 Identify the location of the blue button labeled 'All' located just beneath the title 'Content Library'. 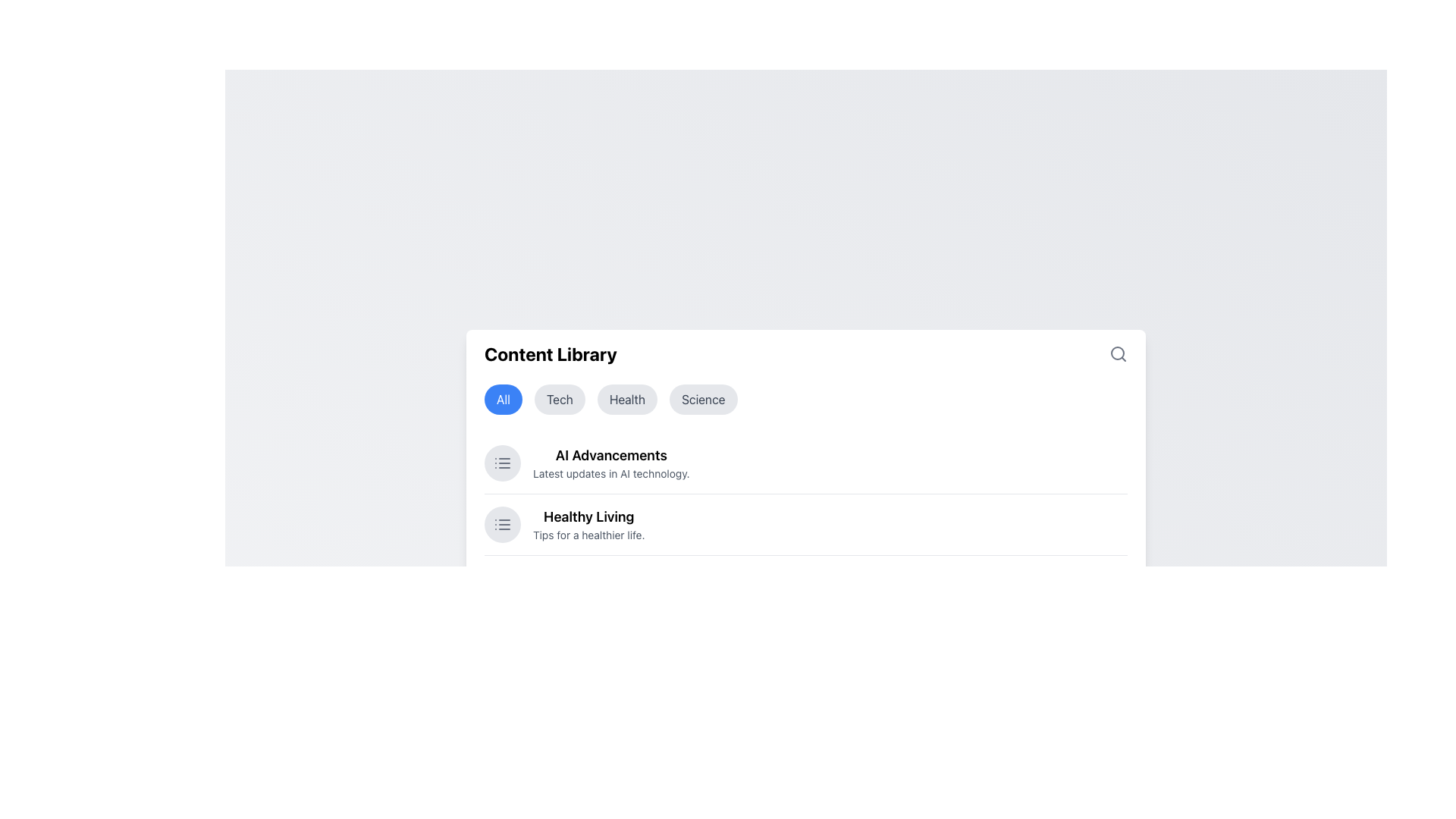
(503, 399).